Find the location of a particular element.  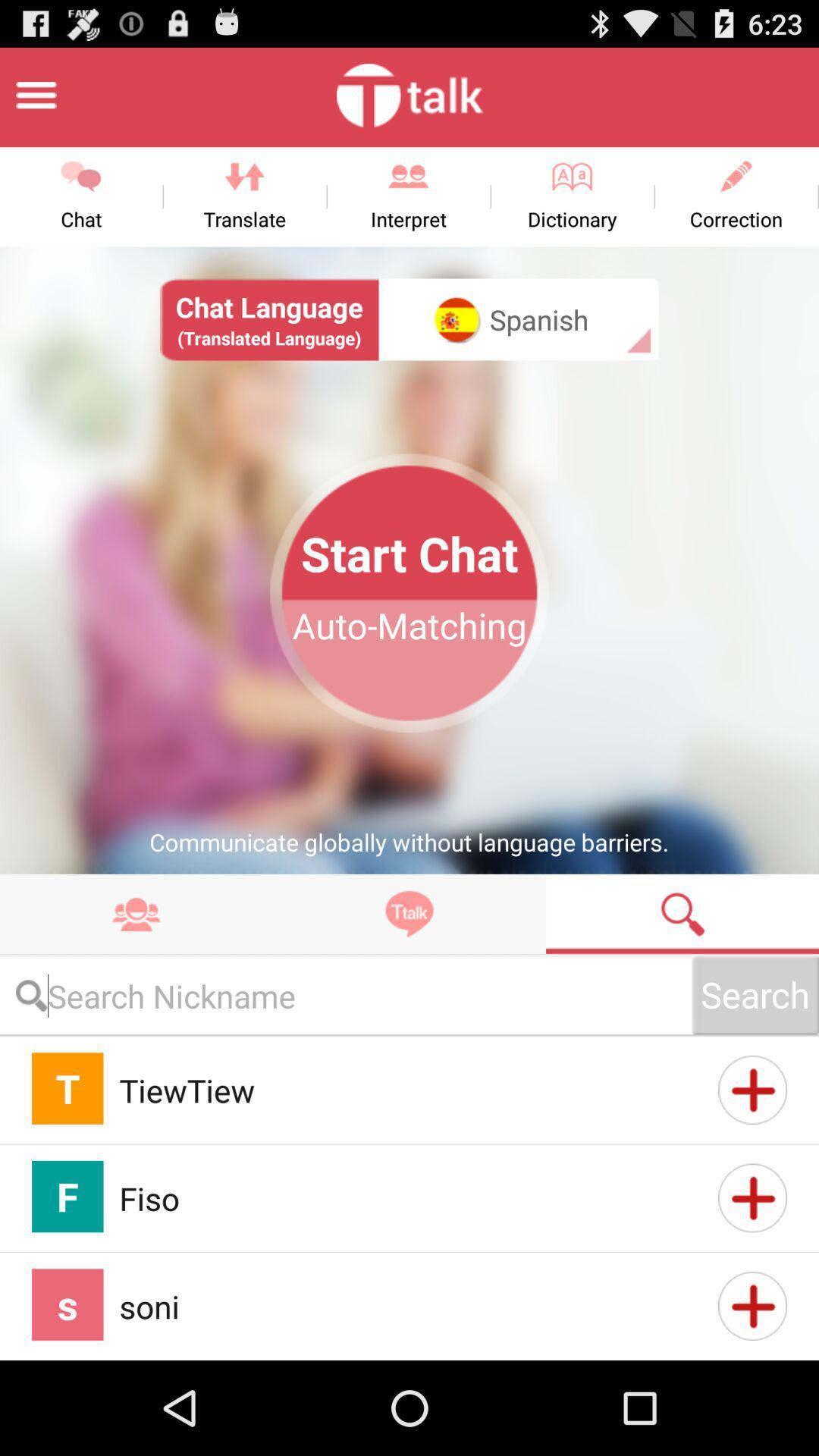

to contacts is located at coordinates (752, 1197).